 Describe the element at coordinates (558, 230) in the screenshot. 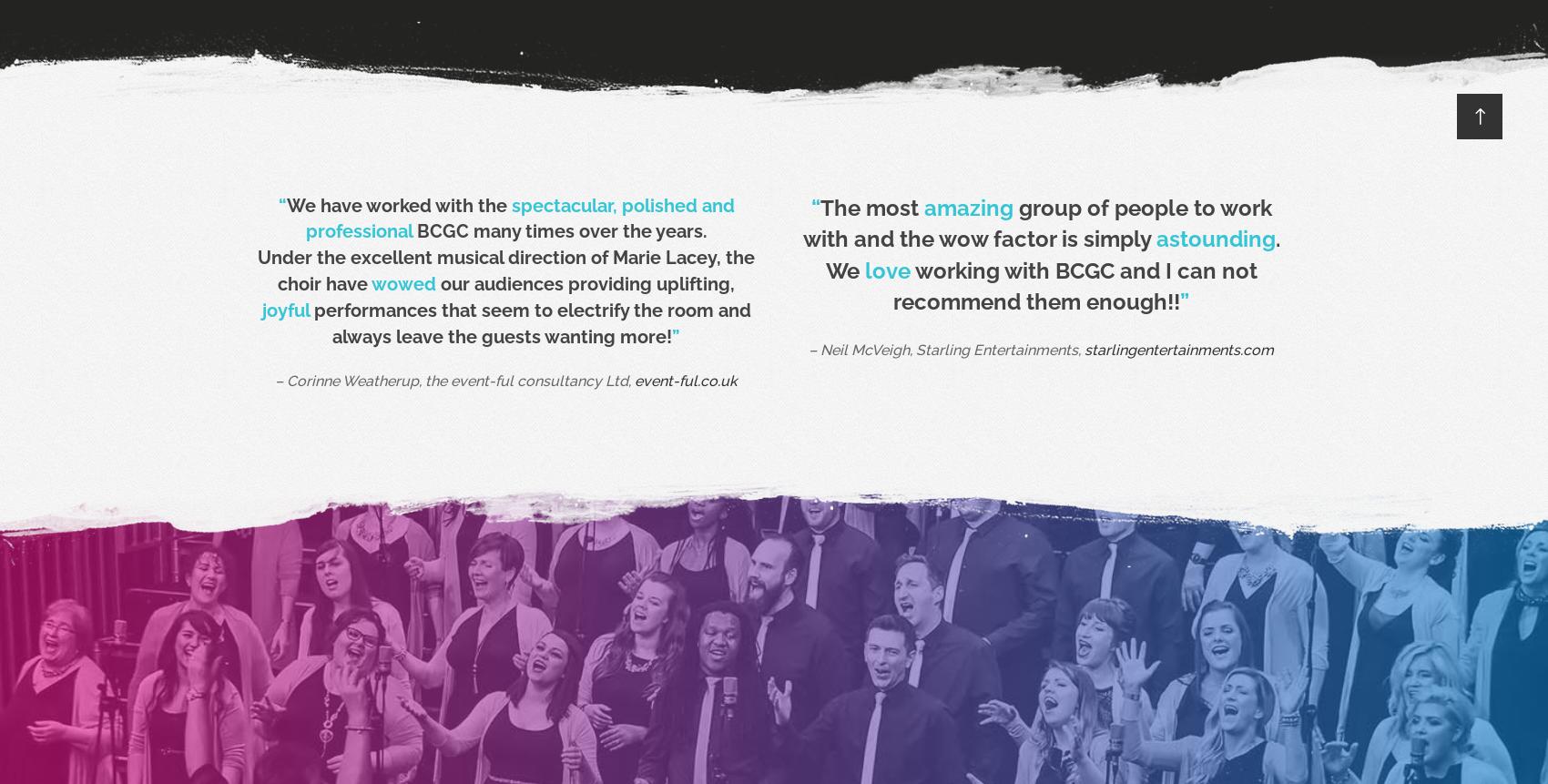

I see `'BCGC many times over the years.'` at that location.